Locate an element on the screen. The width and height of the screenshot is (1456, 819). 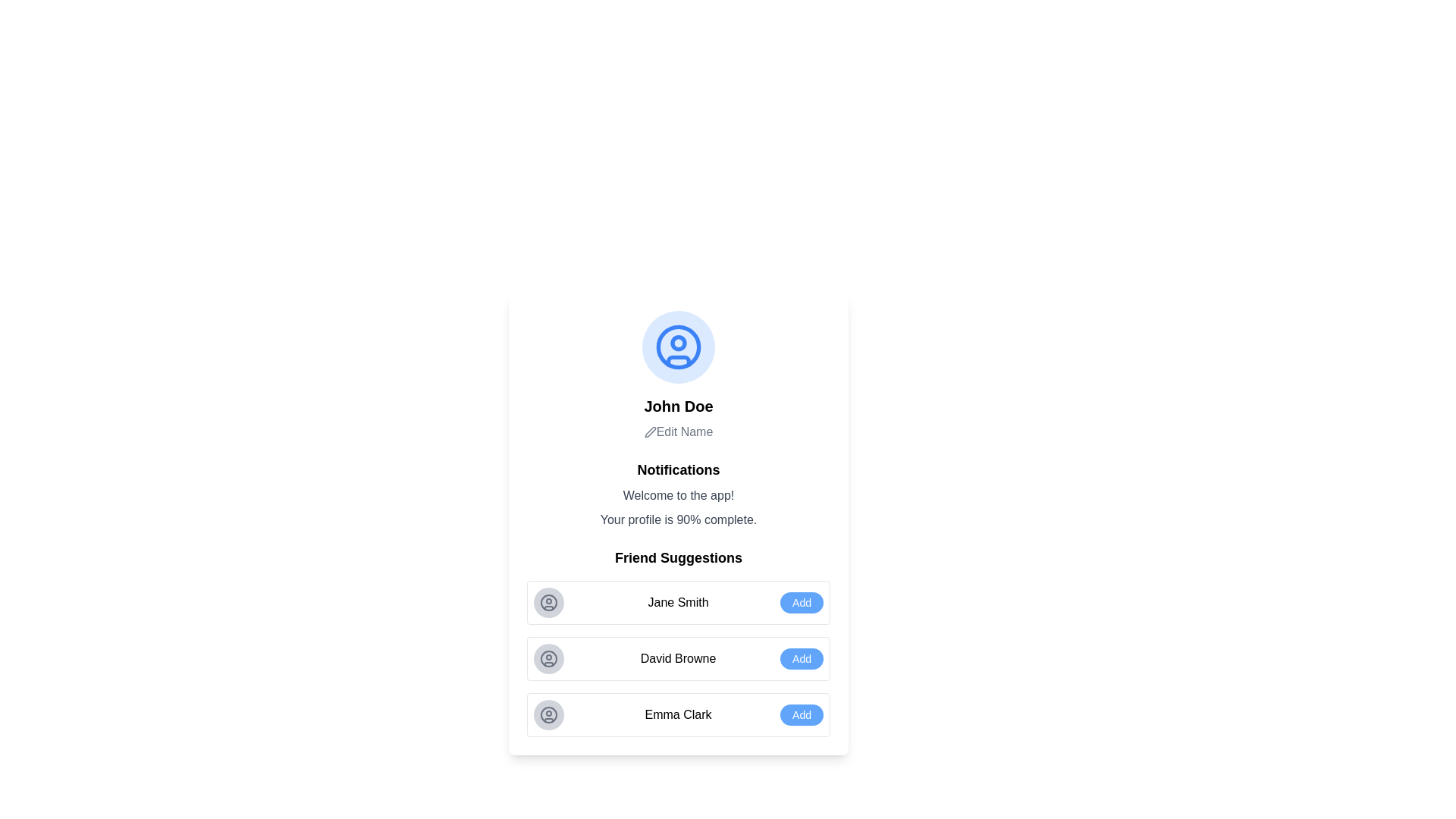
the largest circular component of the avatar-style icon representing 'Emma Clark' in the 'Friend Suggestions' list is located at coordinates (548, 714).